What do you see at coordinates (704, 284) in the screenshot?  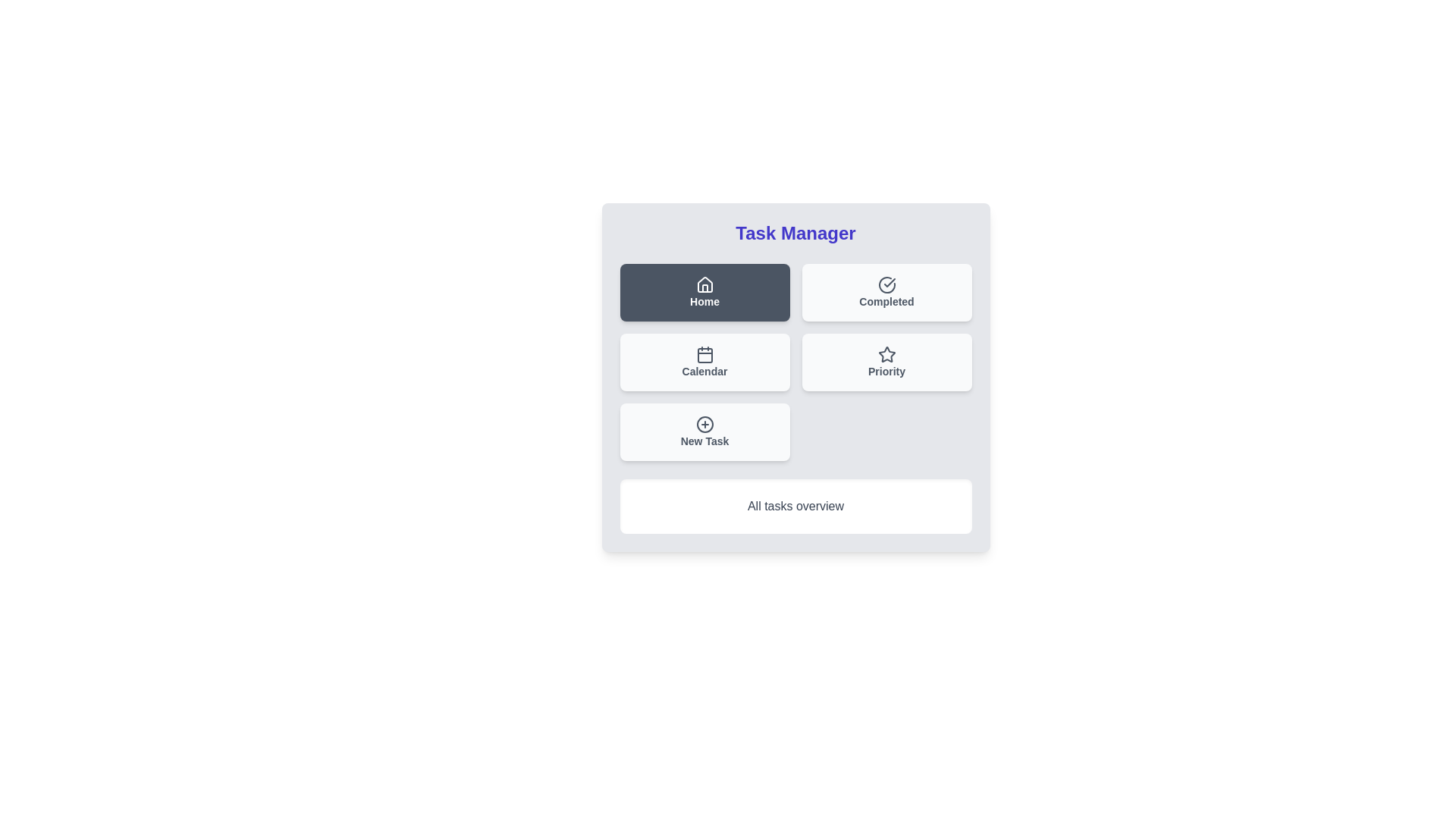 I see `the 'Home' graphical icon located at the top-left corner of the main interactive area to navigate to the 'Home' section of the application` at bounding box center [704, 284].